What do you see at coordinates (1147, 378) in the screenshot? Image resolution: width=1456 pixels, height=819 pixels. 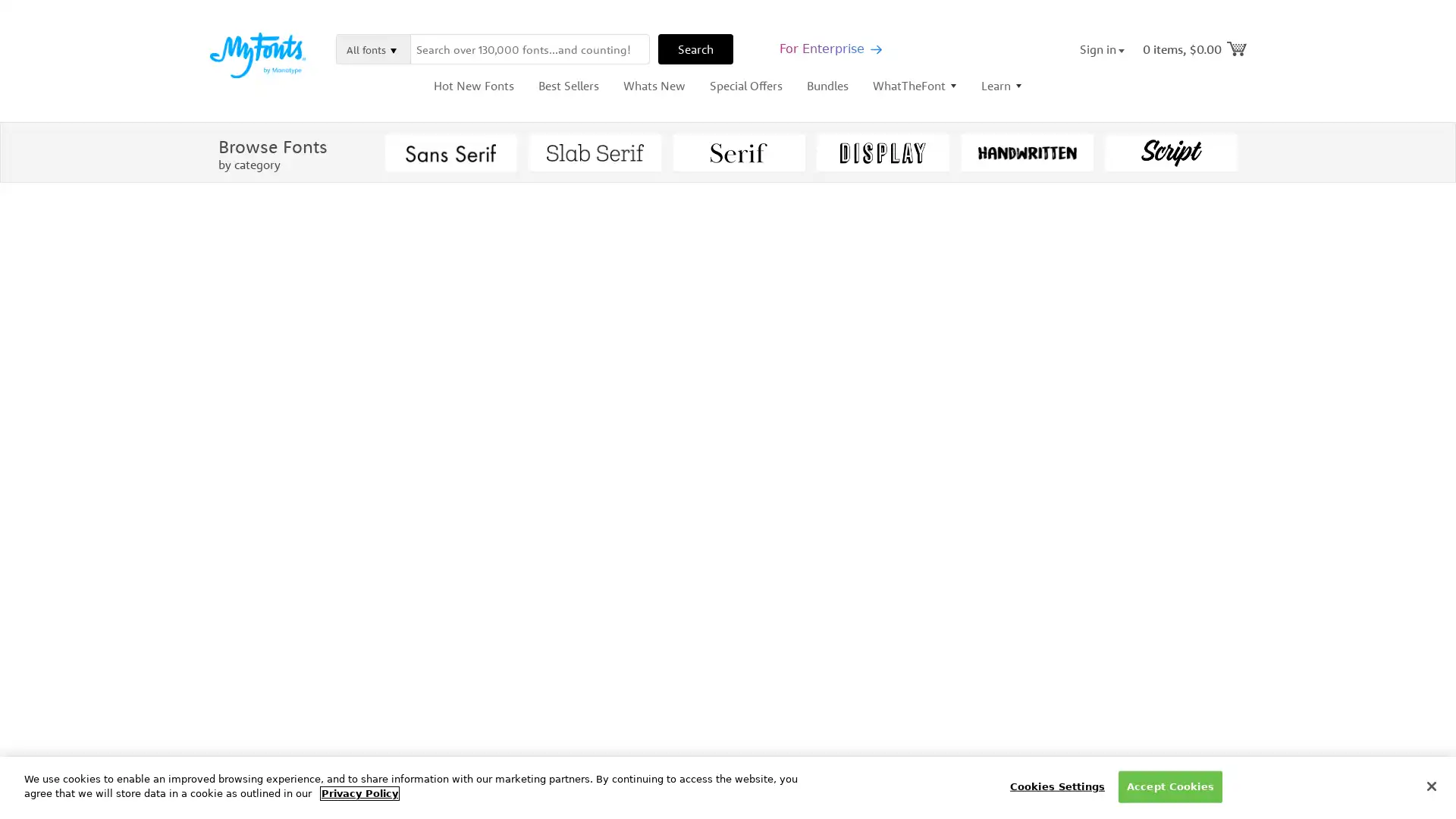 I see `Add to Album` at bounding box center [1147, 378].